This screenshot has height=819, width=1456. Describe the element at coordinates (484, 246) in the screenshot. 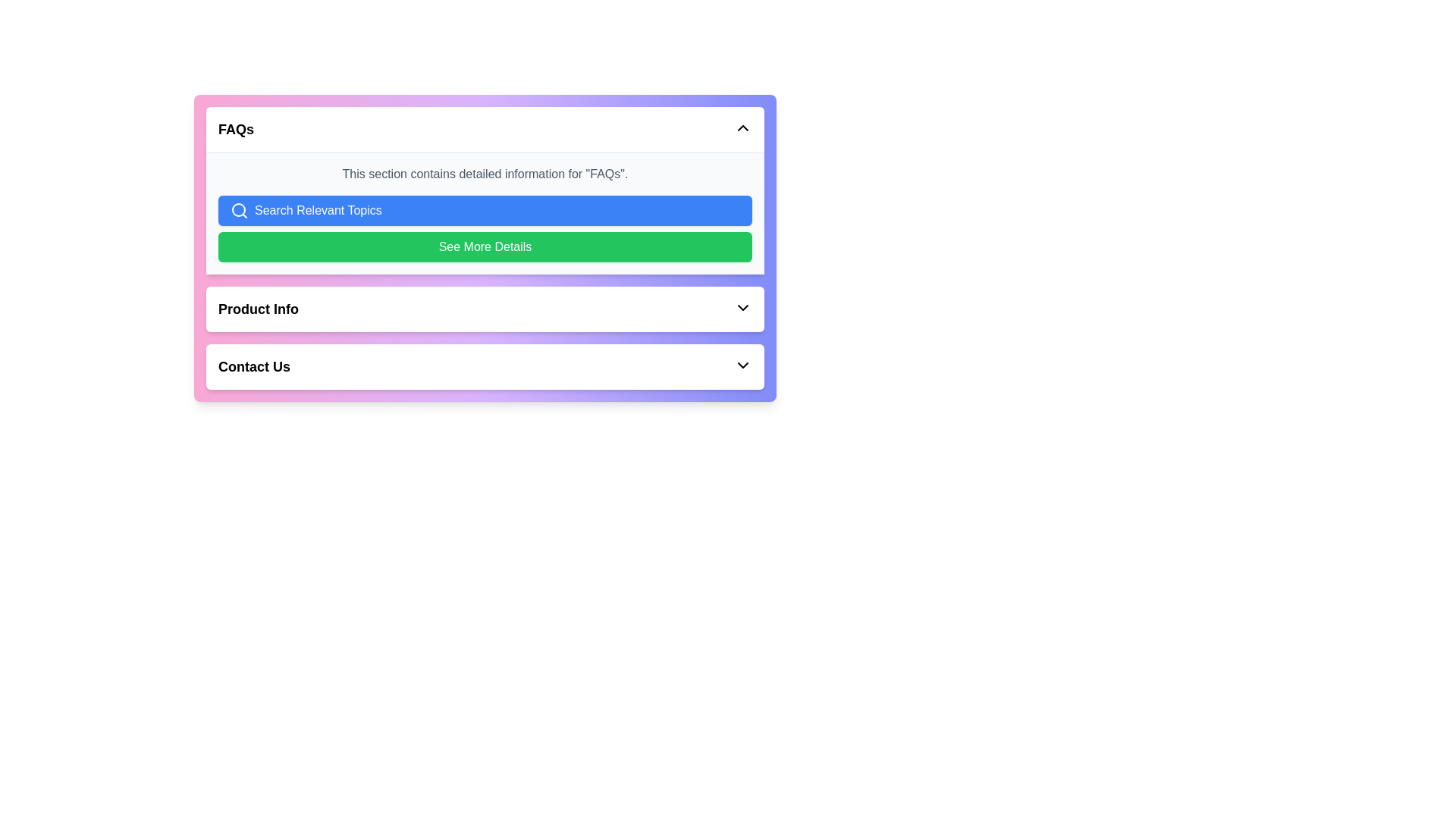

I see `the call-to-action button located directly below the 'Search Relevant Topics' blue button` at that location.